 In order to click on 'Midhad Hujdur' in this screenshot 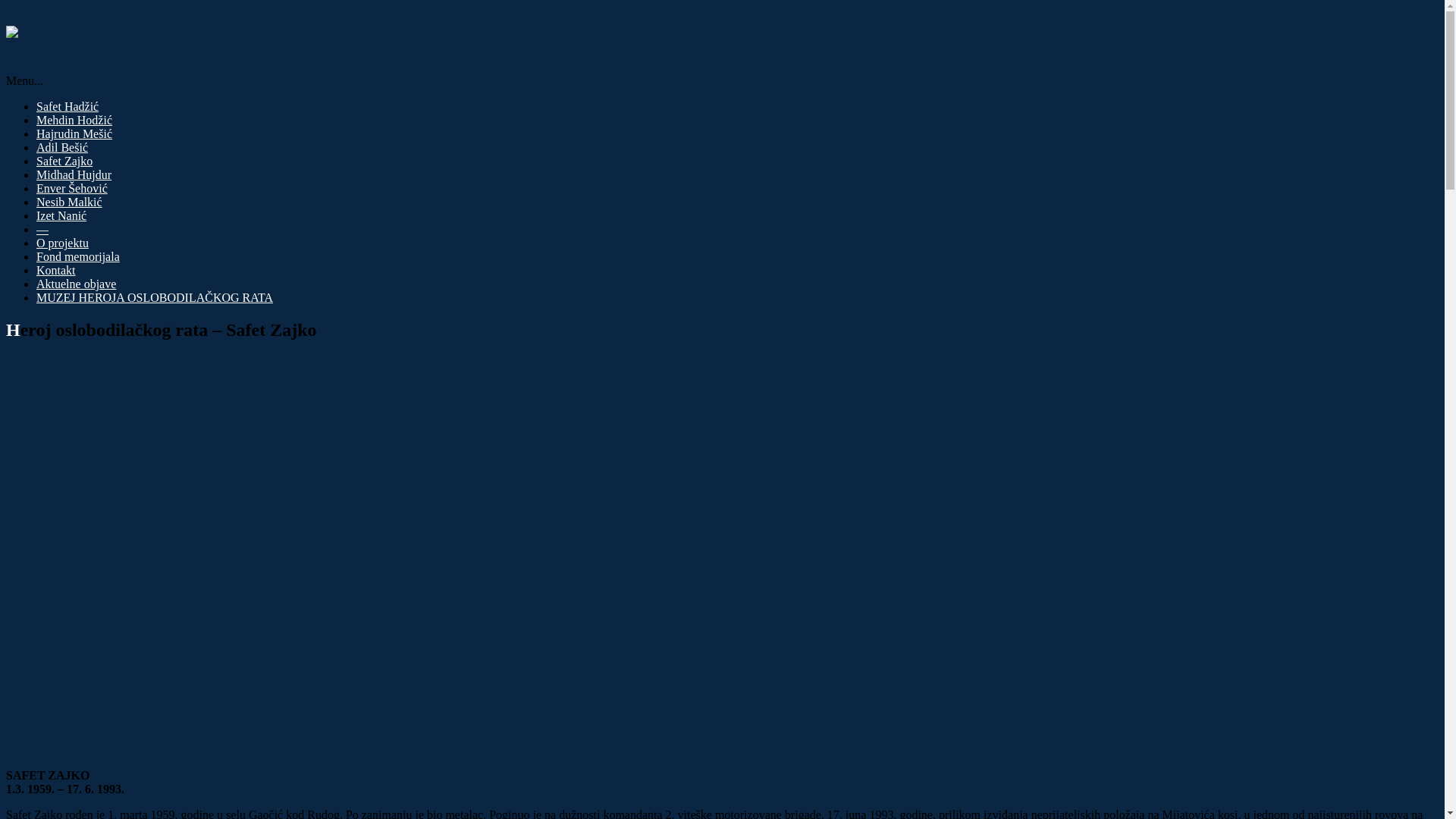, I will do `click(73, 174)`.